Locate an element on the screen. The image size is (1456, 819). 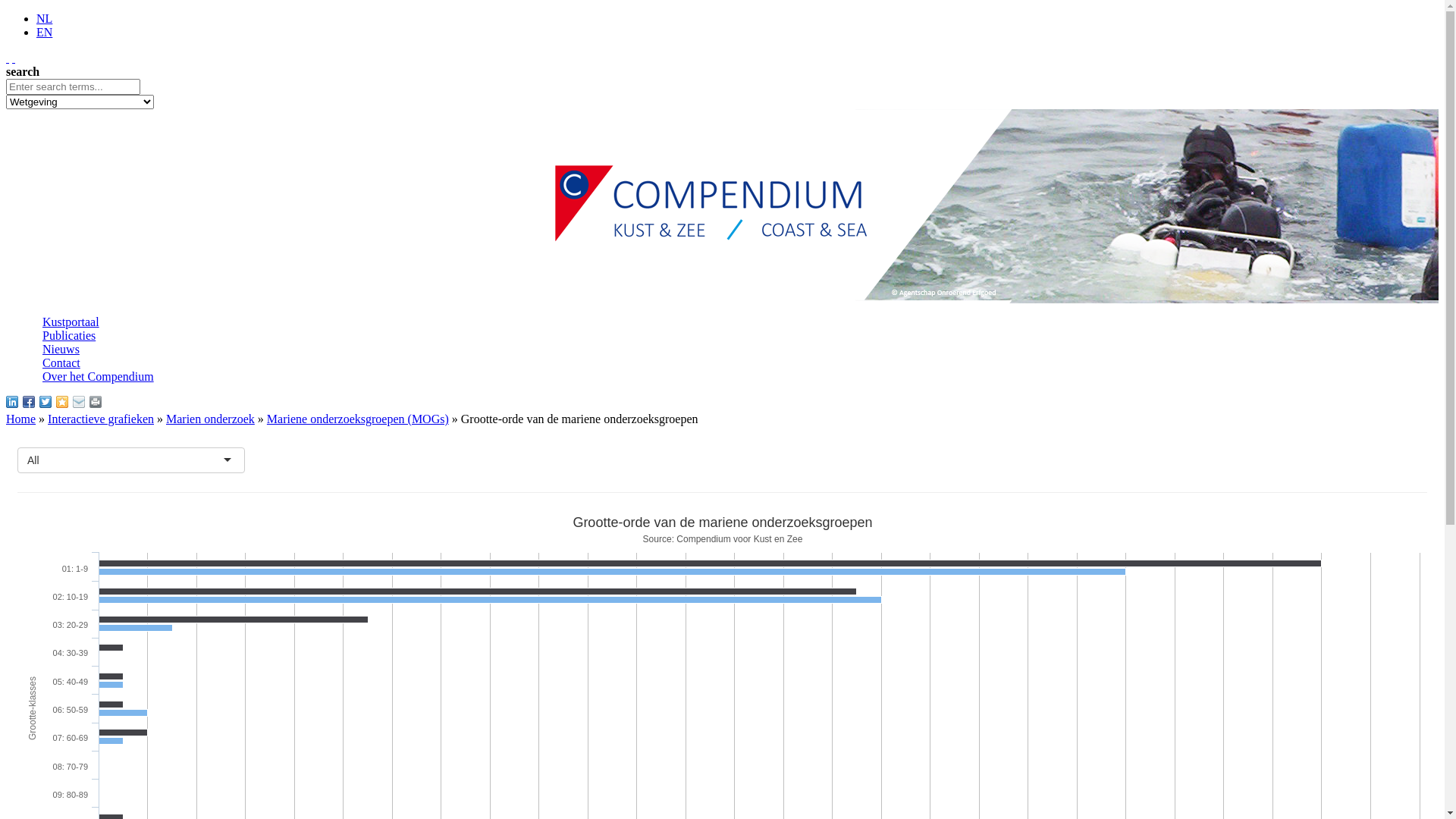
'Save to Browser Favorites' is located at coordinates (61, 400).